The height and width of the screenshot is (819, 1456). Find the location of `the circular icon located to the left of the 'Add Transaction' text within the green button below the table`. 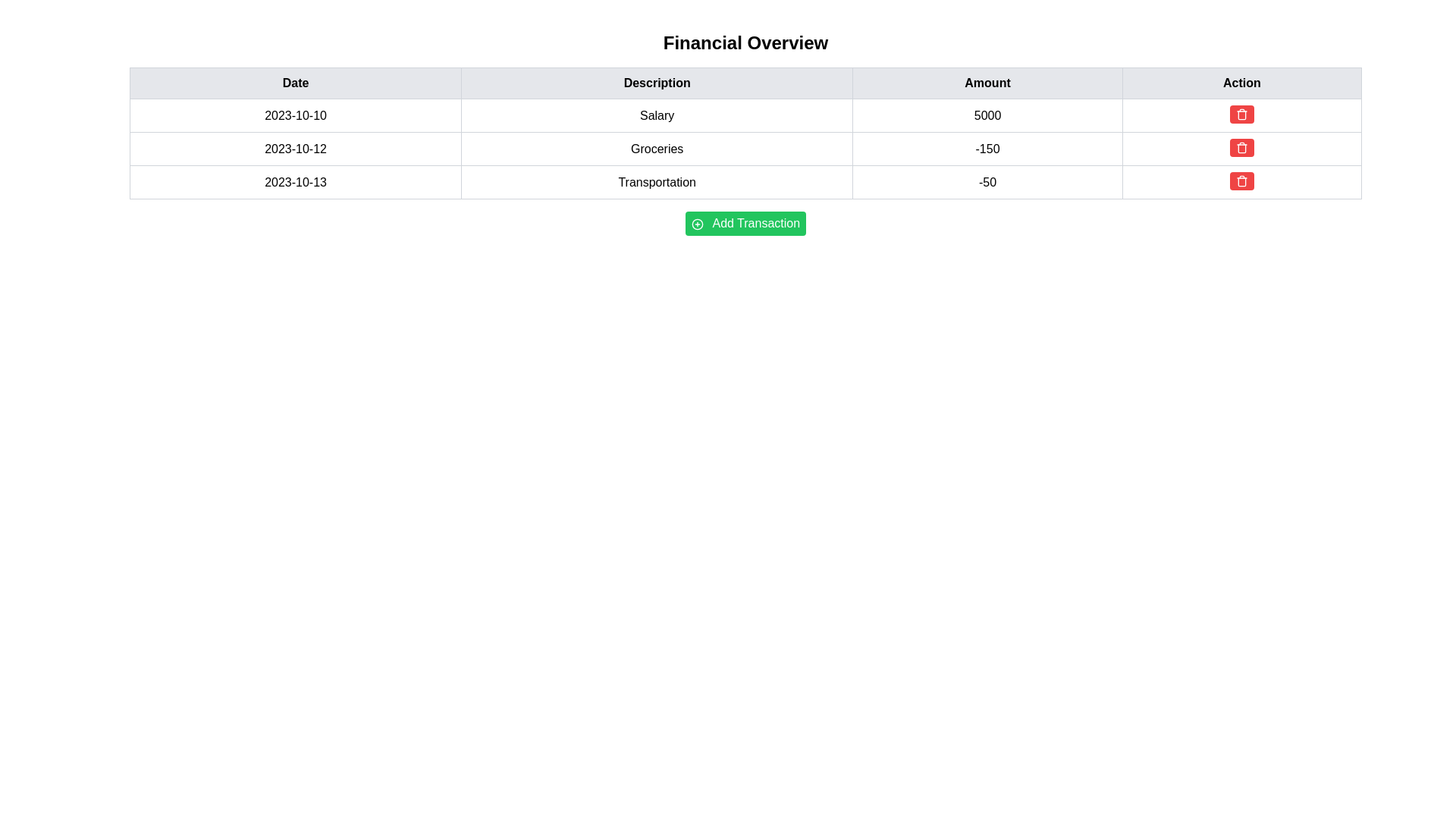

the circular icon located to the left of the 'Add Transaction' text within the green button below the table is located at coordinates (696, 224).